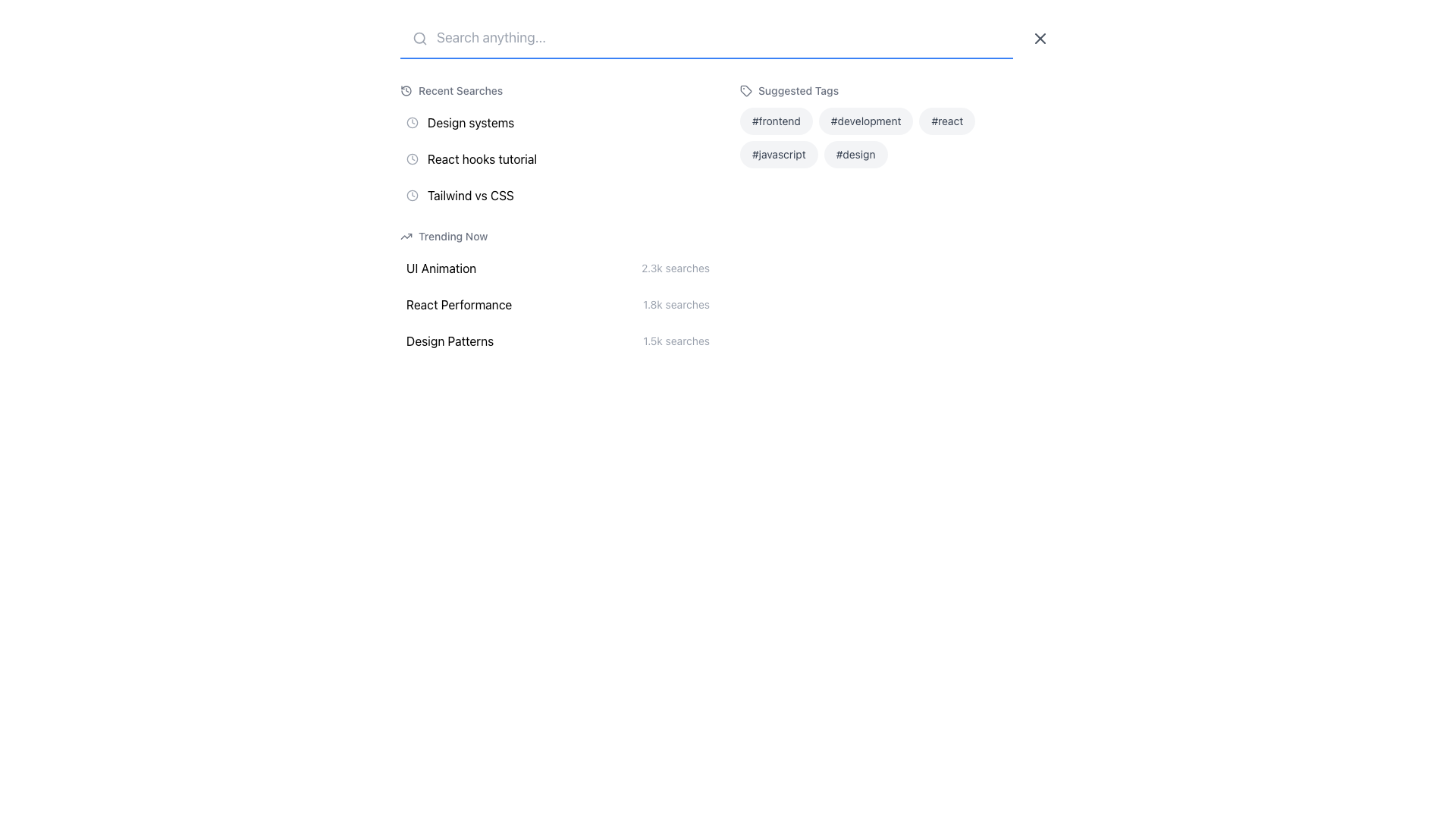 The image size is (1456, 819). What do you see at coordinates (557, 341) in the screenshot?
I see `the third clickable list item labeled 'Design Patterns' under the 'Trending Now' section to see a context menu, if applicable` at bounding box center [557, 341].